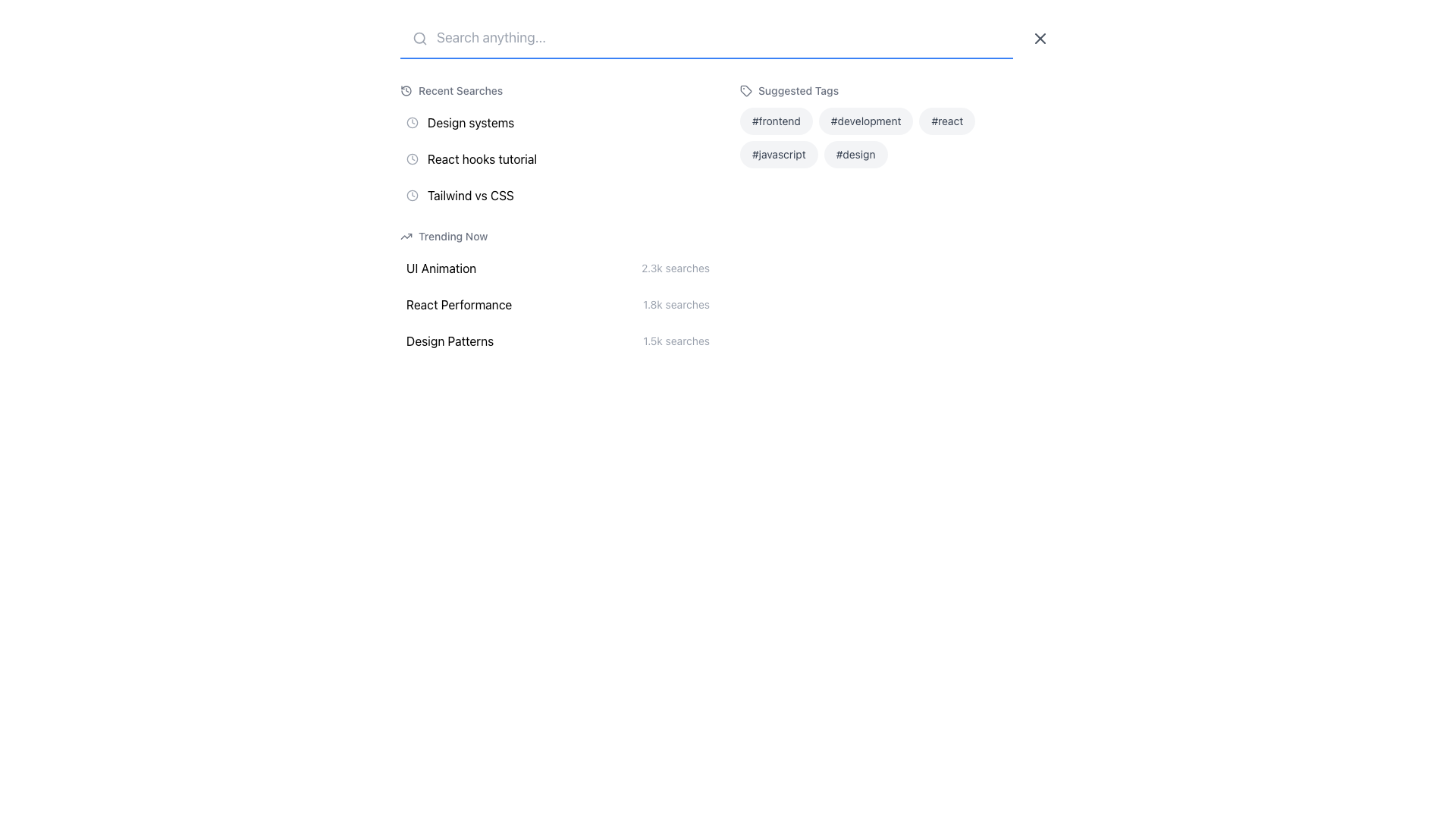 The image size is (1456, 819). What do you see at coordinates (557, 341) in the screenshot?
I see `the third clickable list item labeled 'Design Patterns' under the 'Trending Now' section to see a context menu, if applicable` at bounding box center [557, 341].